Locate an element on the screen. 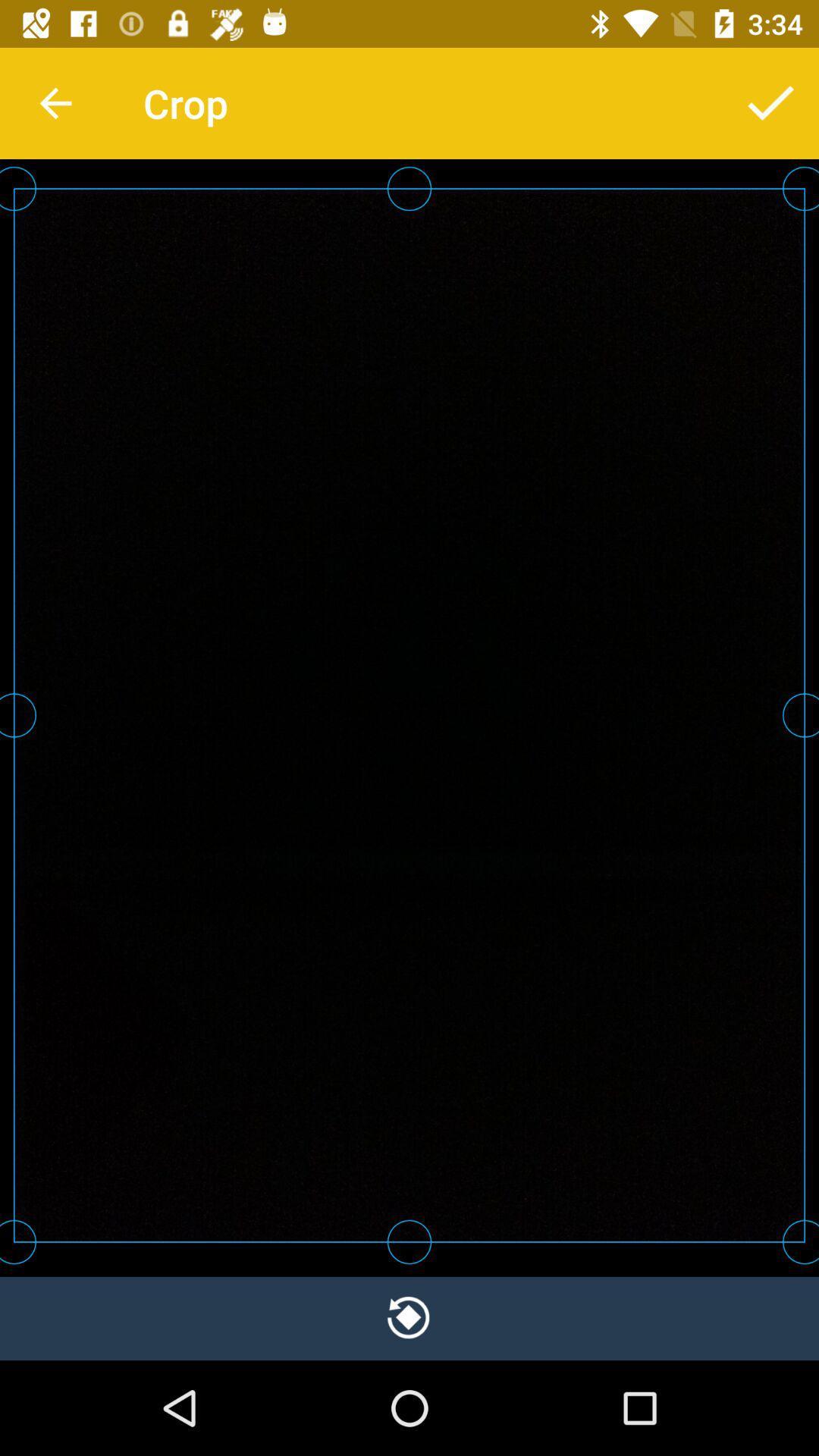 The width and height of the screenshot is (819, 1456). item at the top right corner is located at coordinates (771, 102).